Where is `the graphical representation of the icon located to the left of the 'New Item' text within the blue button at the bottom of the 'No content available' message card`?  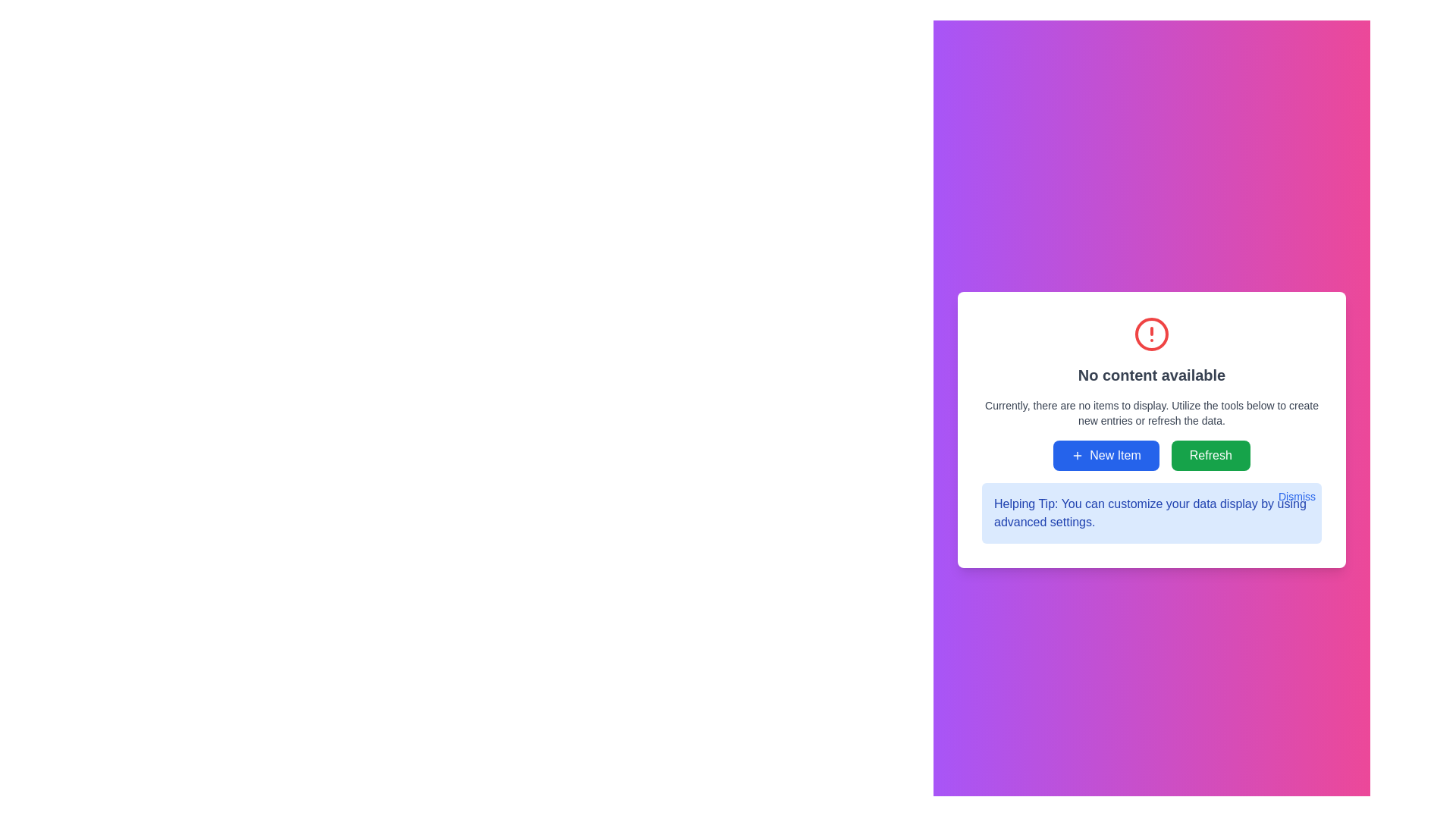
the graphical representation of the icon located to the left of the 'New Item' text within the blue button at the bottom of the 'No content available' message card is located at coordinates (1077, 455).